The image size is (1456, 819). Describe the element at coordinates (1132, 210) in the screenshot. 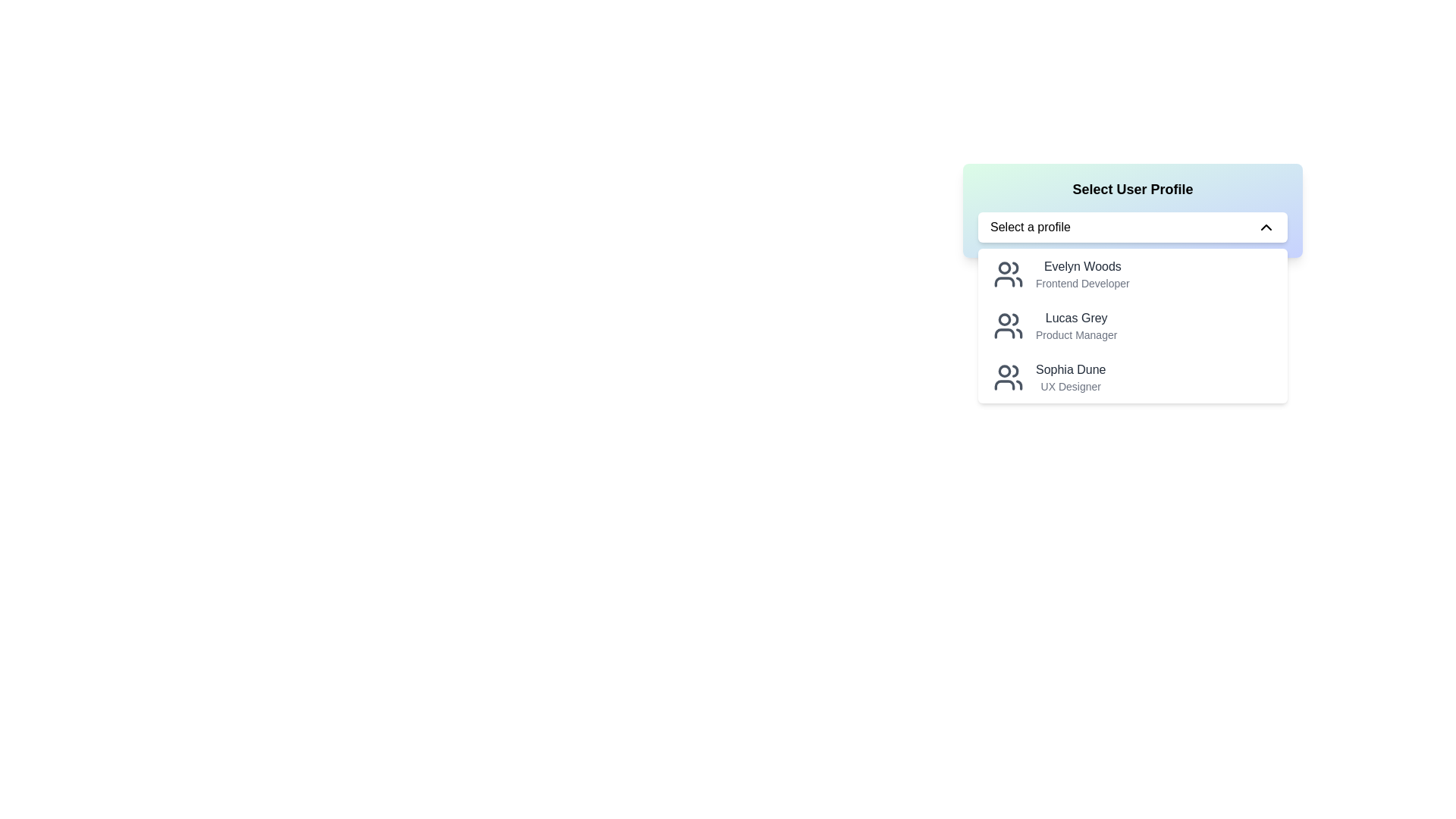

I see `the dropdown options of the 'Select User Profile' dropdown menu by clicking to expand it` at that location.